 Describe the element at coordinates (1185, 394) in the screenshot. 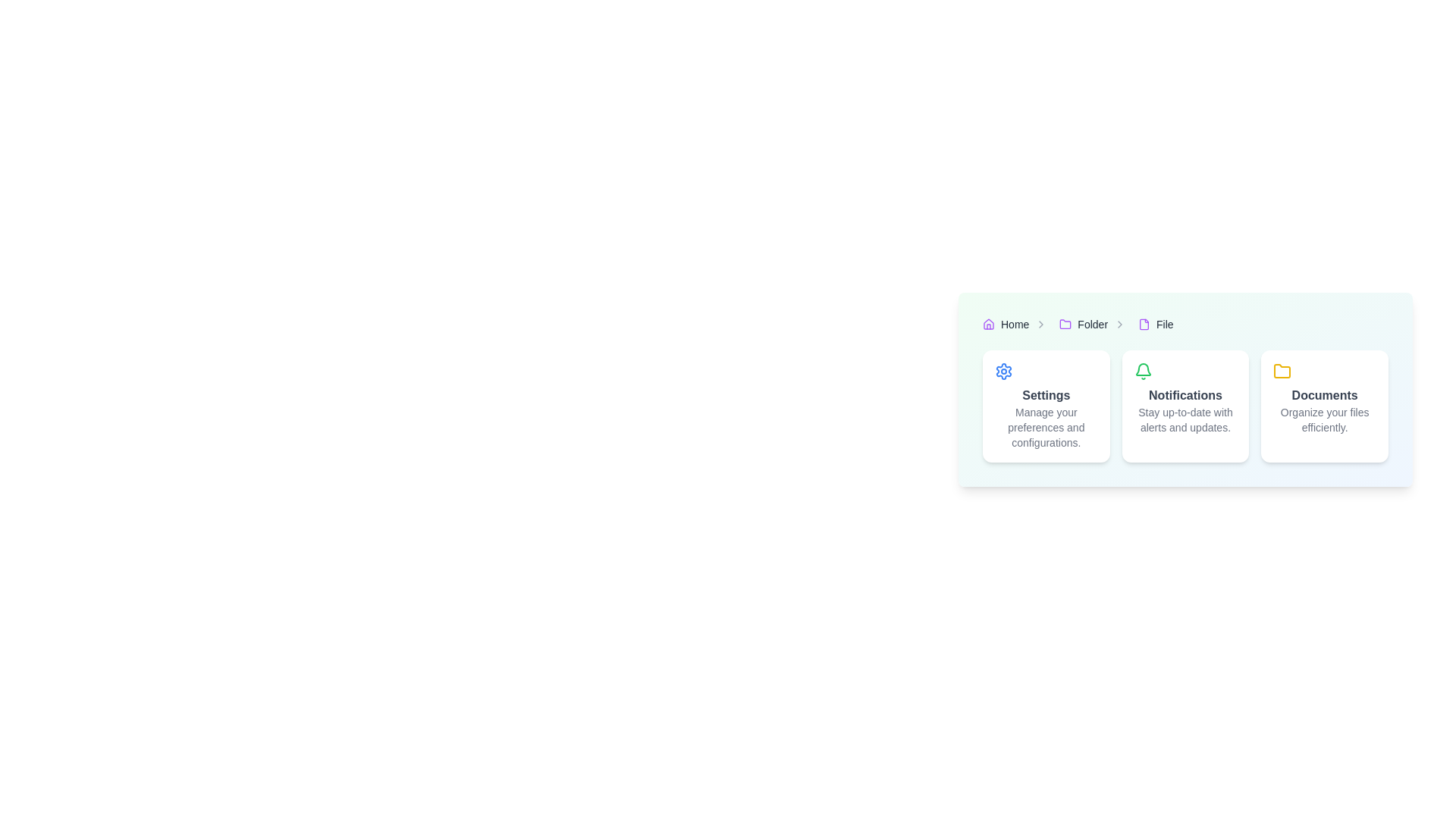

I see `the Text Label that serves as the title for the notifications section, located in the middle card of a three-card layout, positioned beneath a green bell icon and above descriptive subtext` at that location.